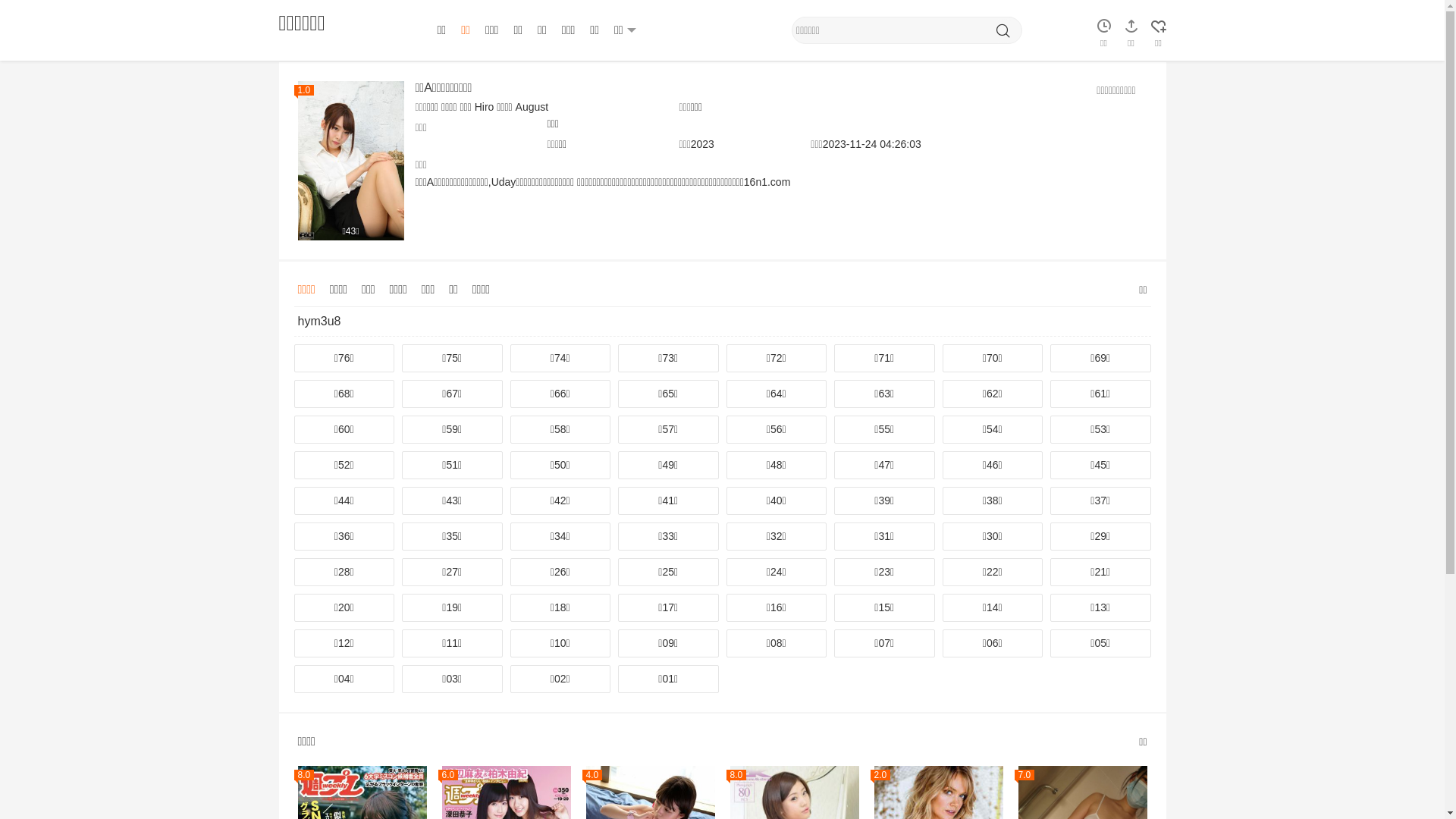 The height and width of the screenshot is (819, 1456). Describe the element at coordinates (483, 106) in the screenshot. I see `'Hiro'` at that location.